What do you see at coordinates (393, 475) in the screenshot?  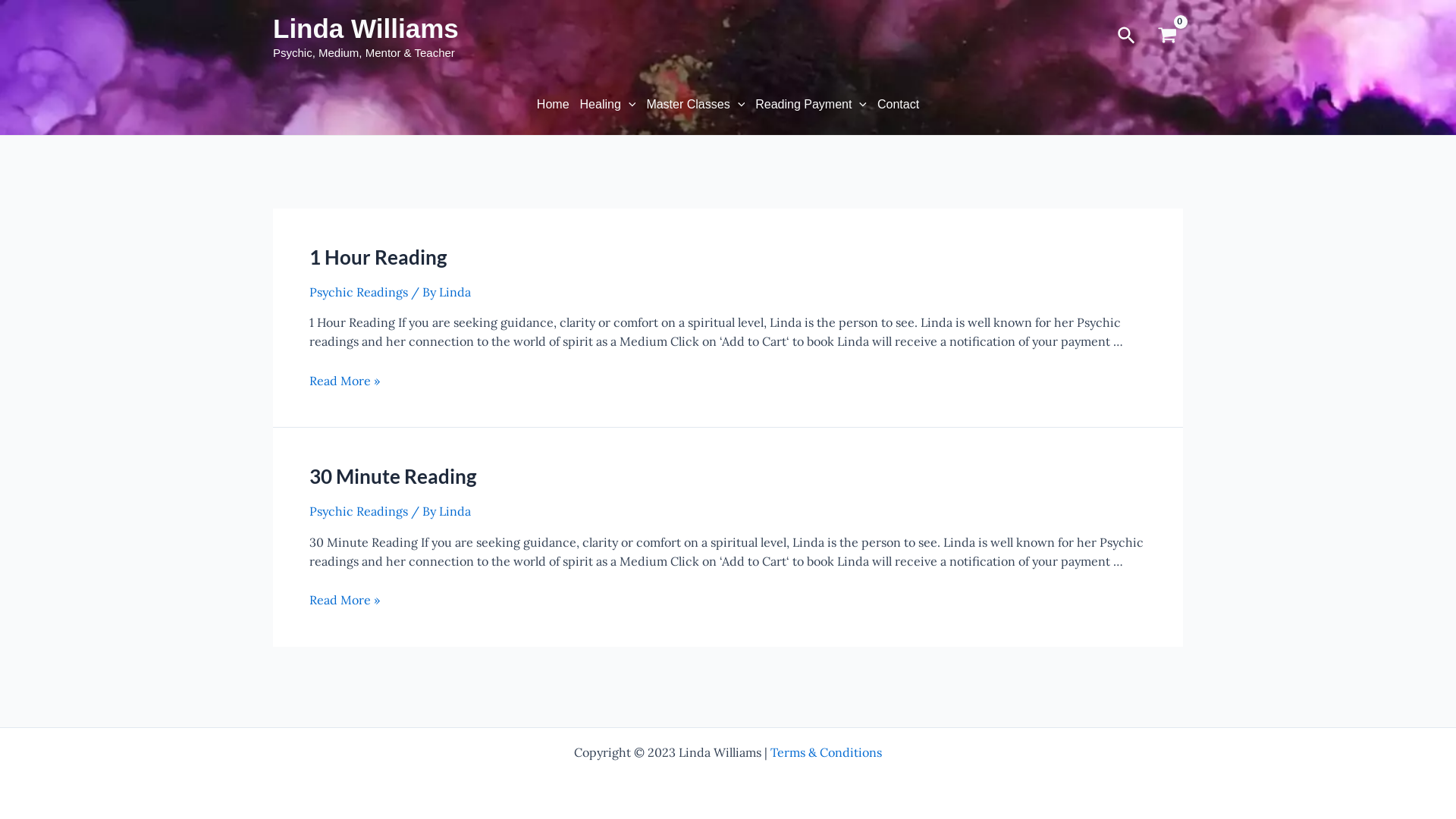 I see `'30 Minute Reading'` at bounding box center [393, 475].